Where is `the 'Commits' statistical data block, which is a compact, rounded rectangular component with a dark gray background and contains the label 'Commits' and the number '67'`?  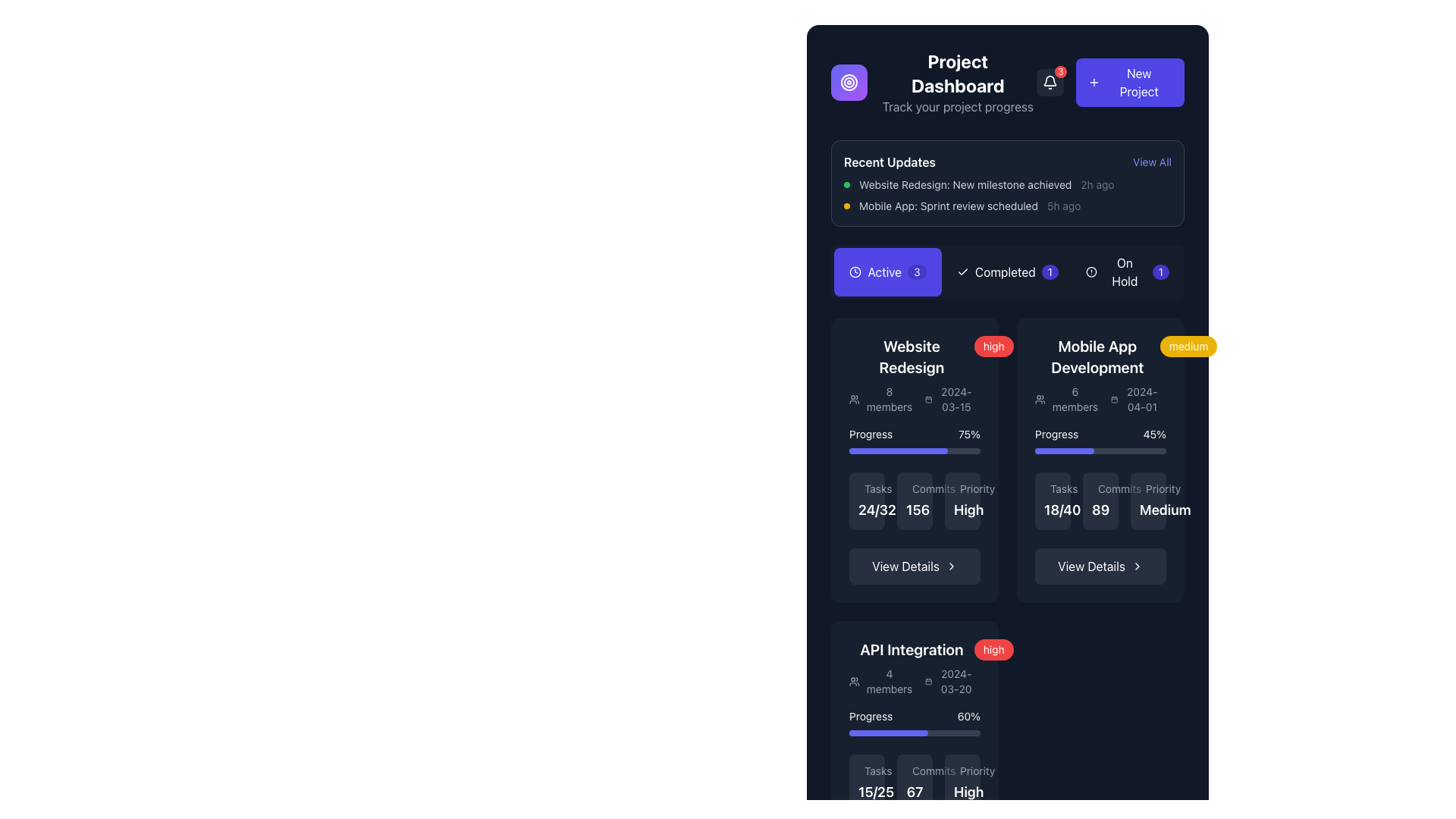 the 'Commits' statistical data block, which is a compact, rounded rectangular component with a dark gray background and contains the label 'Commits' and the number '67' is located at coordinates (914, 783).